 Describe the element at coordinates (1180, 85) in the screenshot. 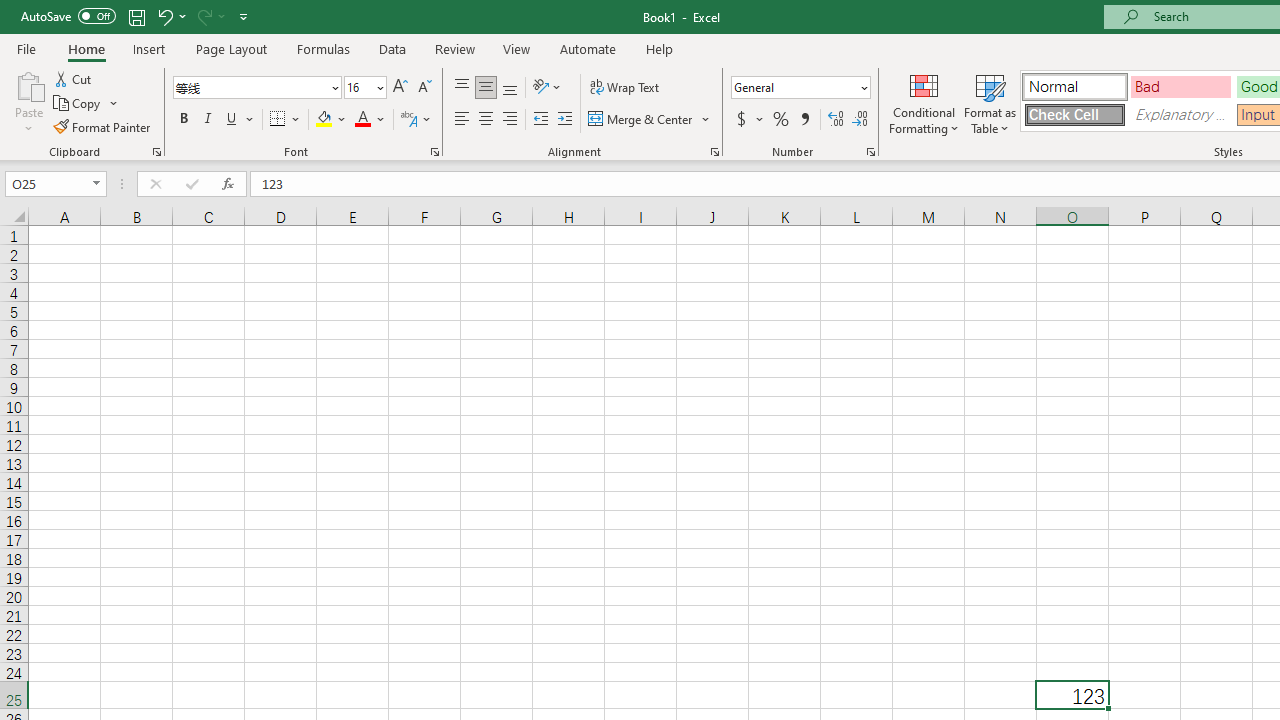

I see `'Bad'` at that location.